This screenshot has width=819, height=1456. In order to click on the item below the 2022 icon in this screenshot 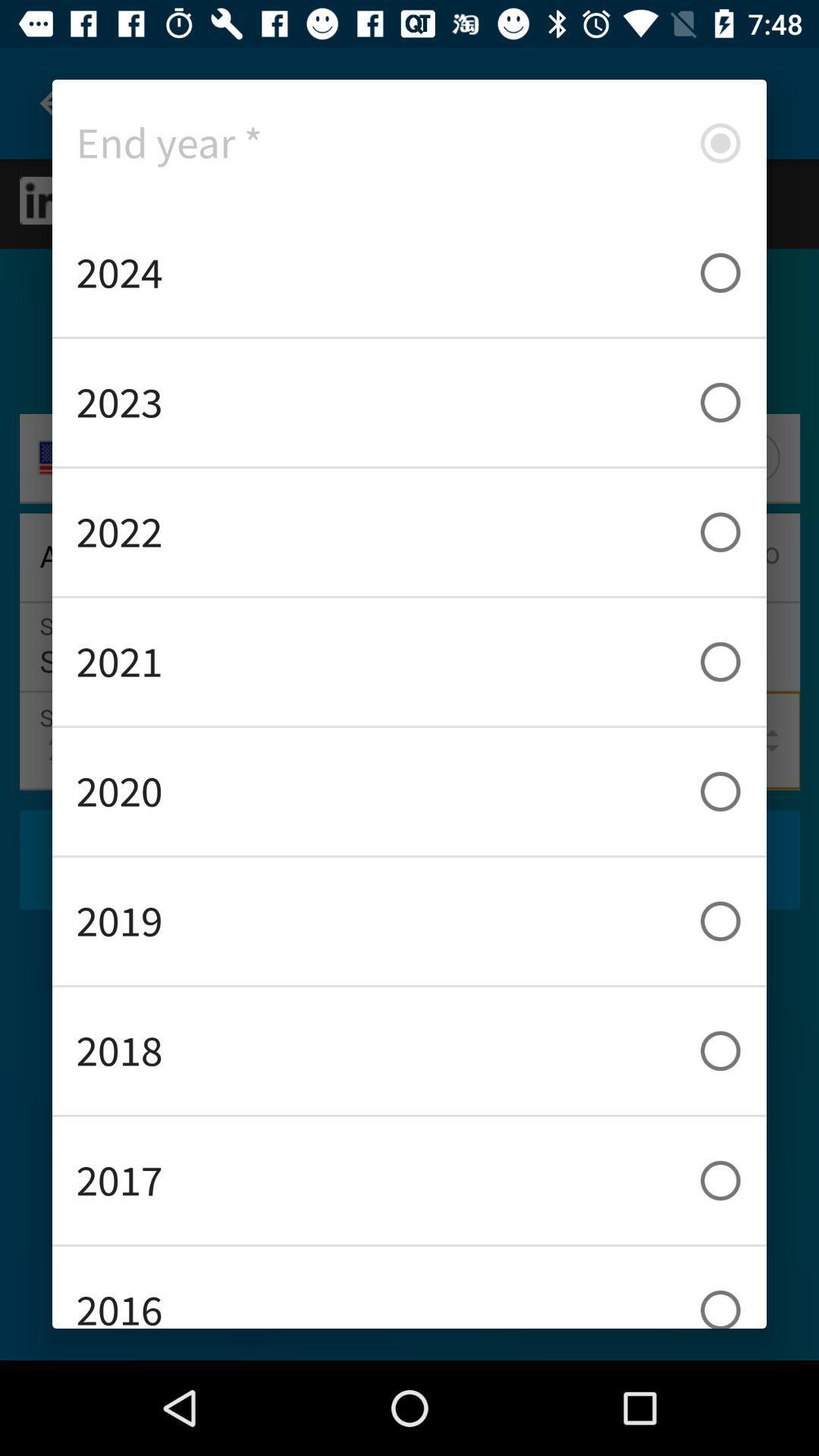, I will do `click(409, 662)`.